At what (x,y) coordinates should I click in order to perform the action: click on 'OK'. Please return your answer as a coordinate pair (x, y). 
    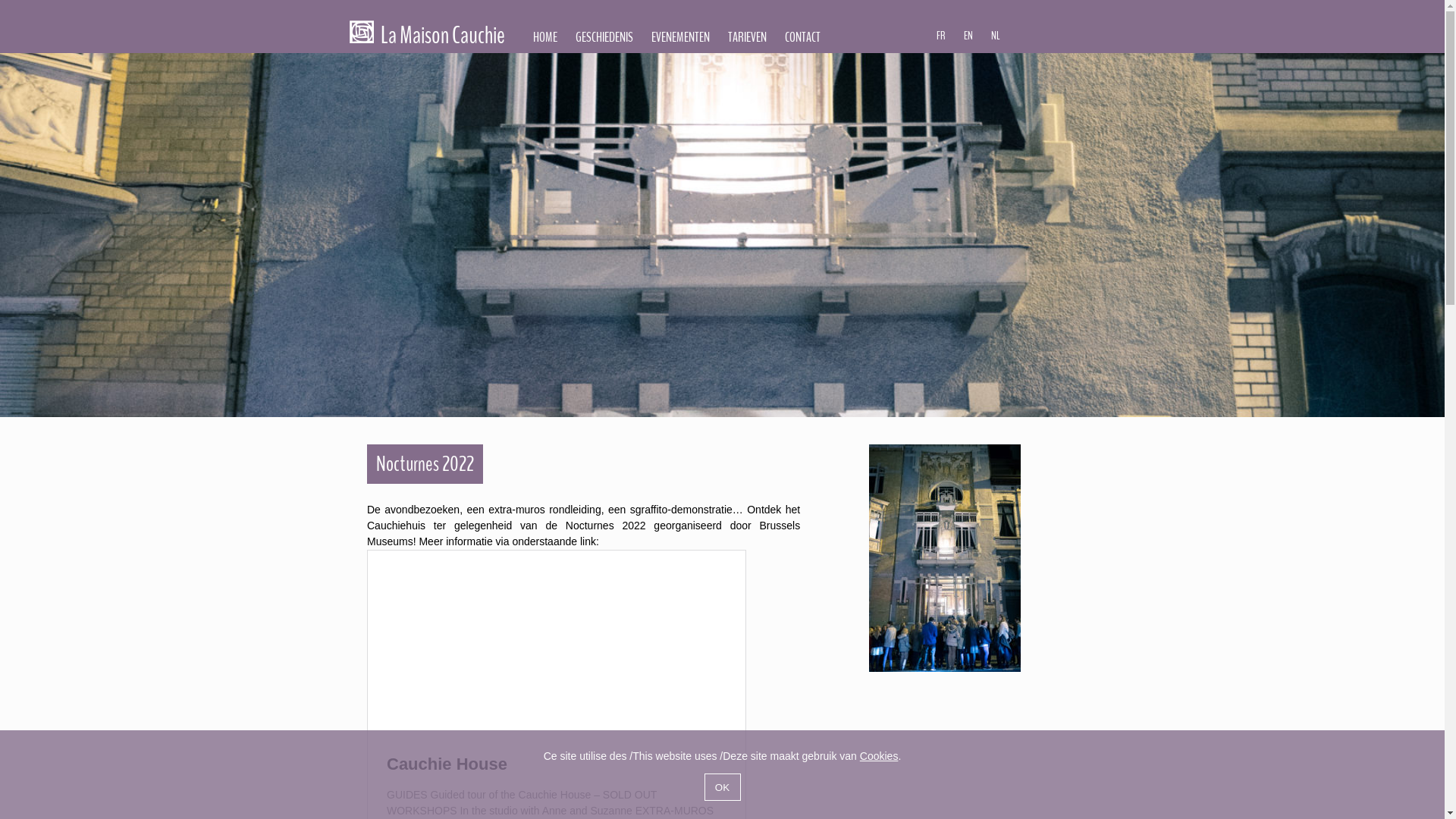
    Looking at the image, I should click on (720, 786).